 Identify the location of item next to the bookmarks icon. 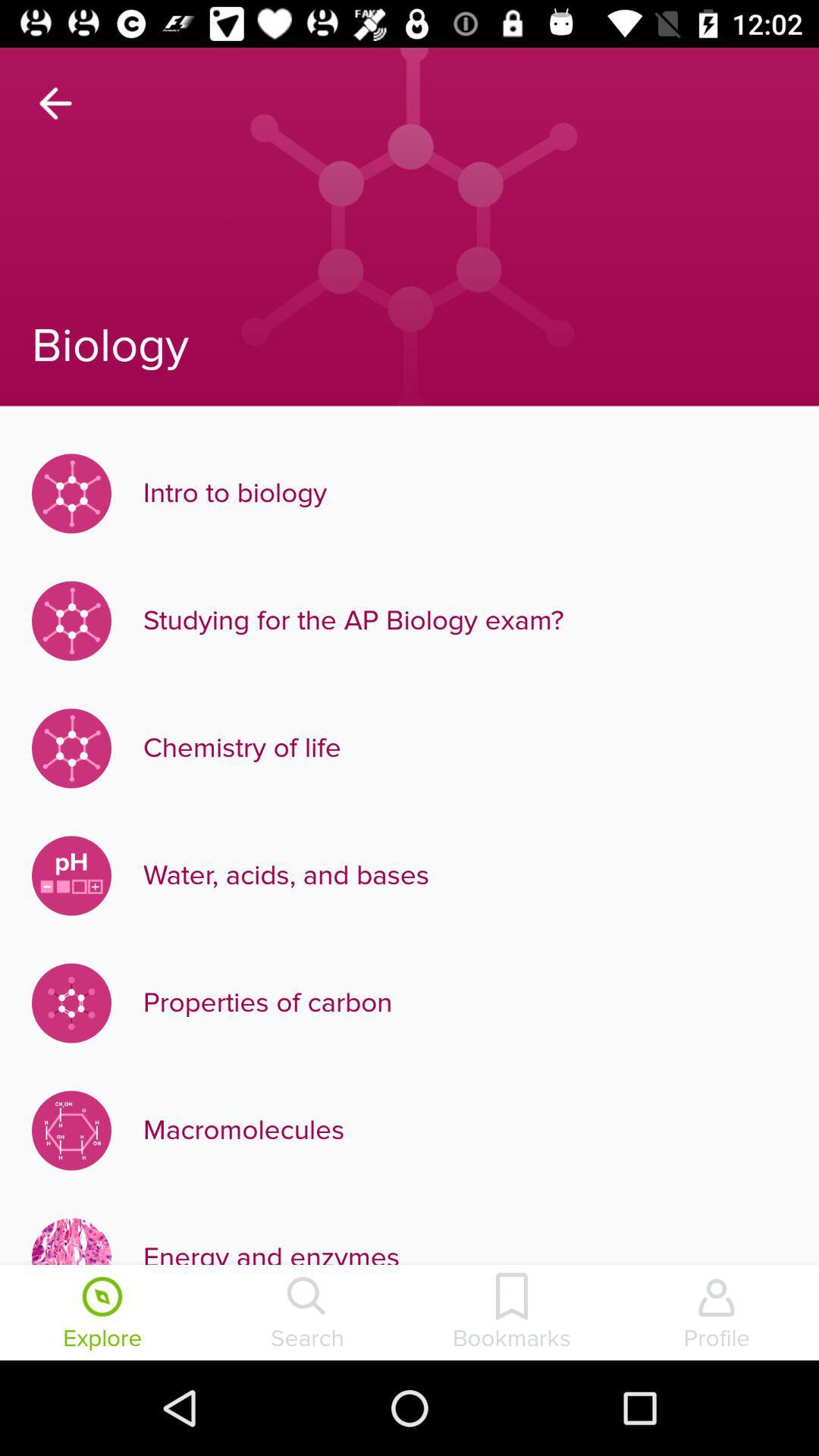
(717, 1313).